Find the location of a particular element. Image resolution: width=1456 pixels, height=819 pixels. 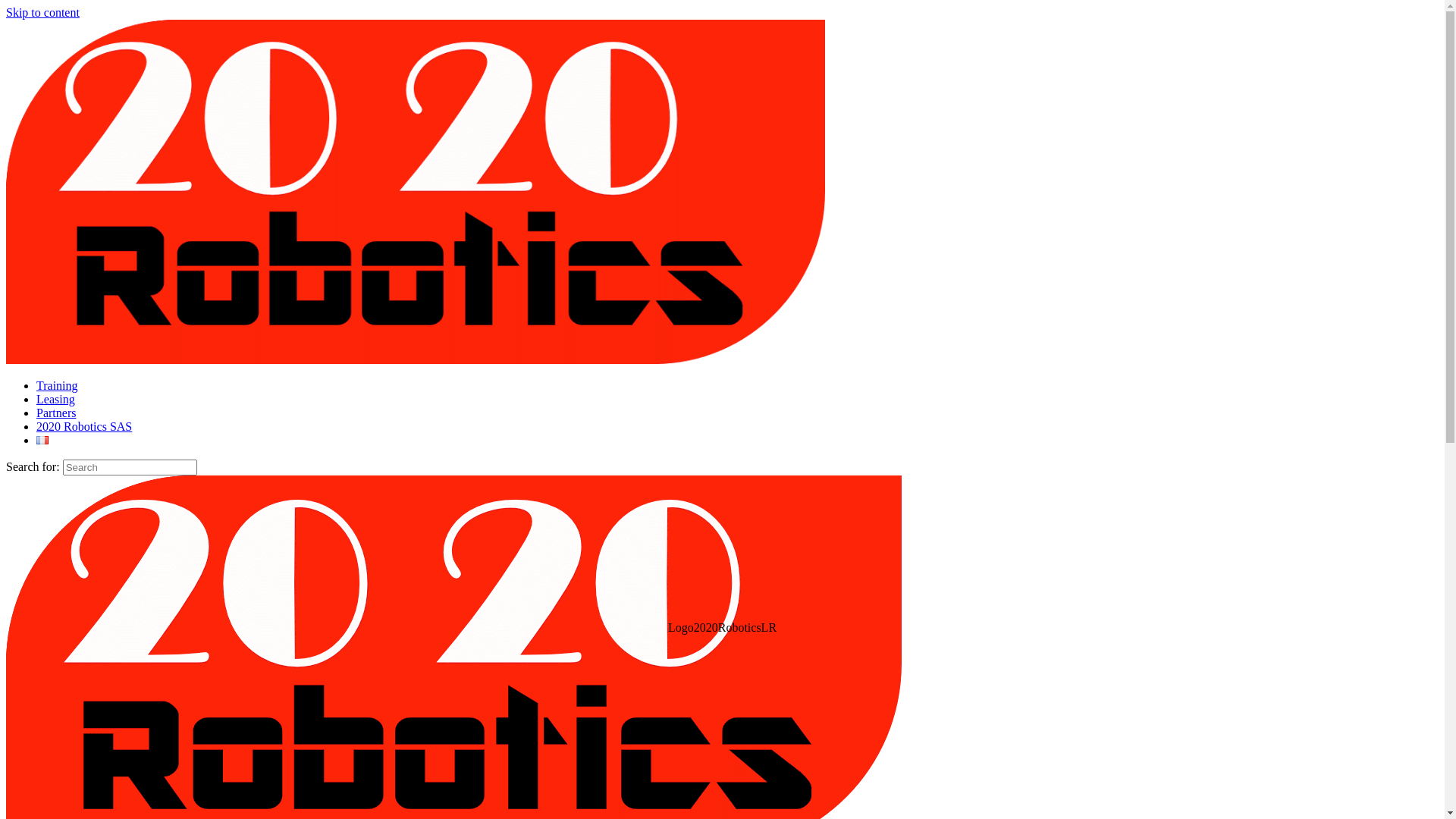

'2020 Robotics' is located at coordinates (415, 359).